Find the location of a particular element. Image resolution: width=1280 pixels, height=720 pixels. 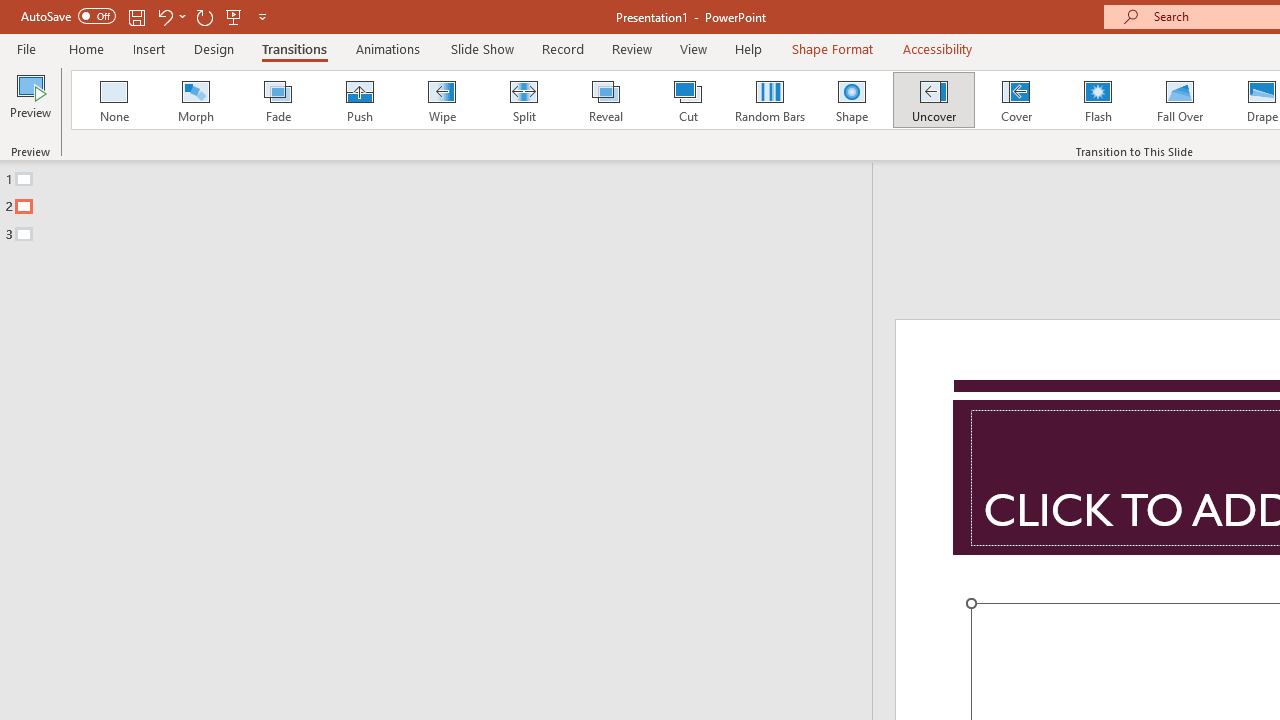

'Wipe' is located at coordinates (440, 100).